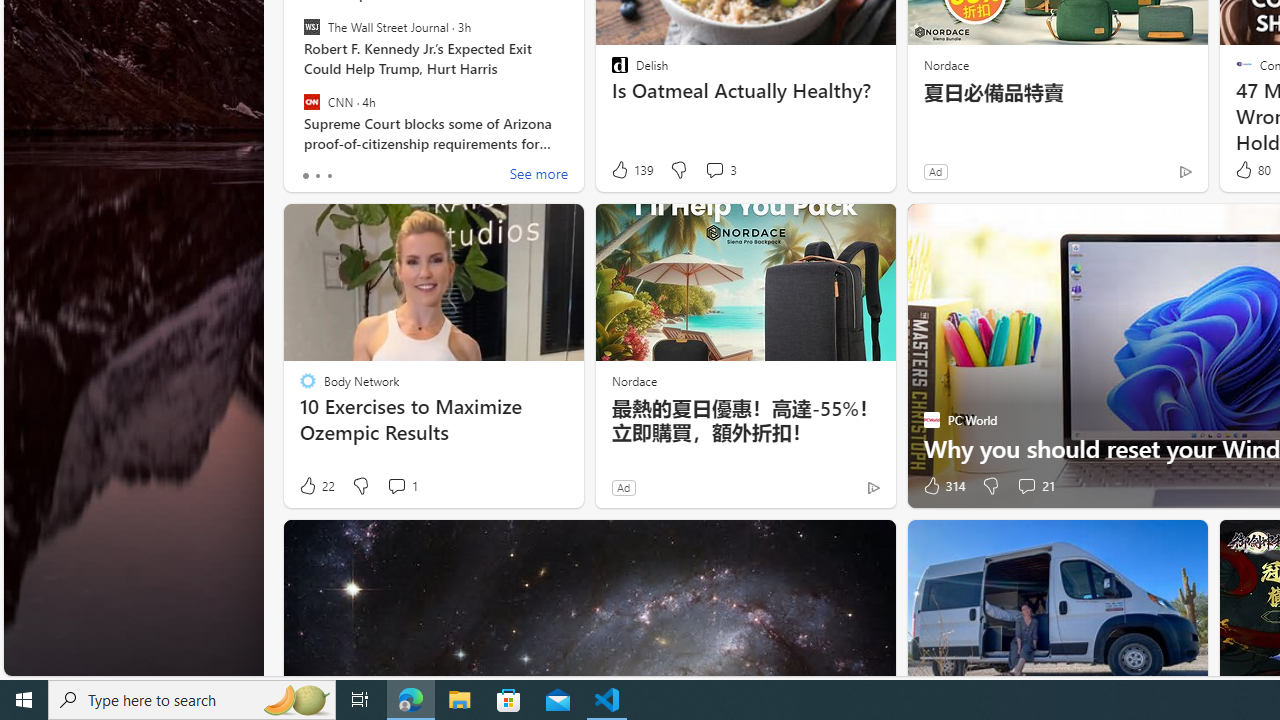 The width and height of the screenshot is (1280, 720). Describe the element at coordinates (941, 486) in the screenshot. I see `'314 Like'` at that location.